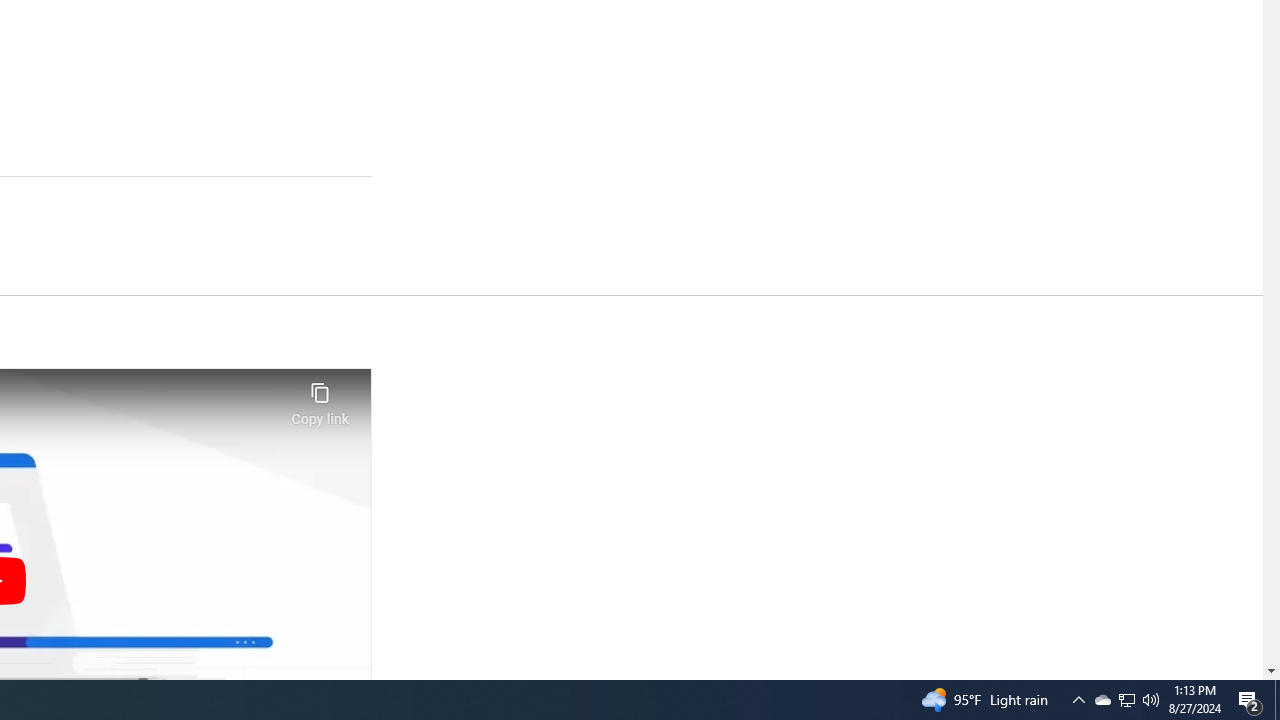  Describe the element at coordinates (320, 398) in the screenshot. I see `'Copy link'` at that location.